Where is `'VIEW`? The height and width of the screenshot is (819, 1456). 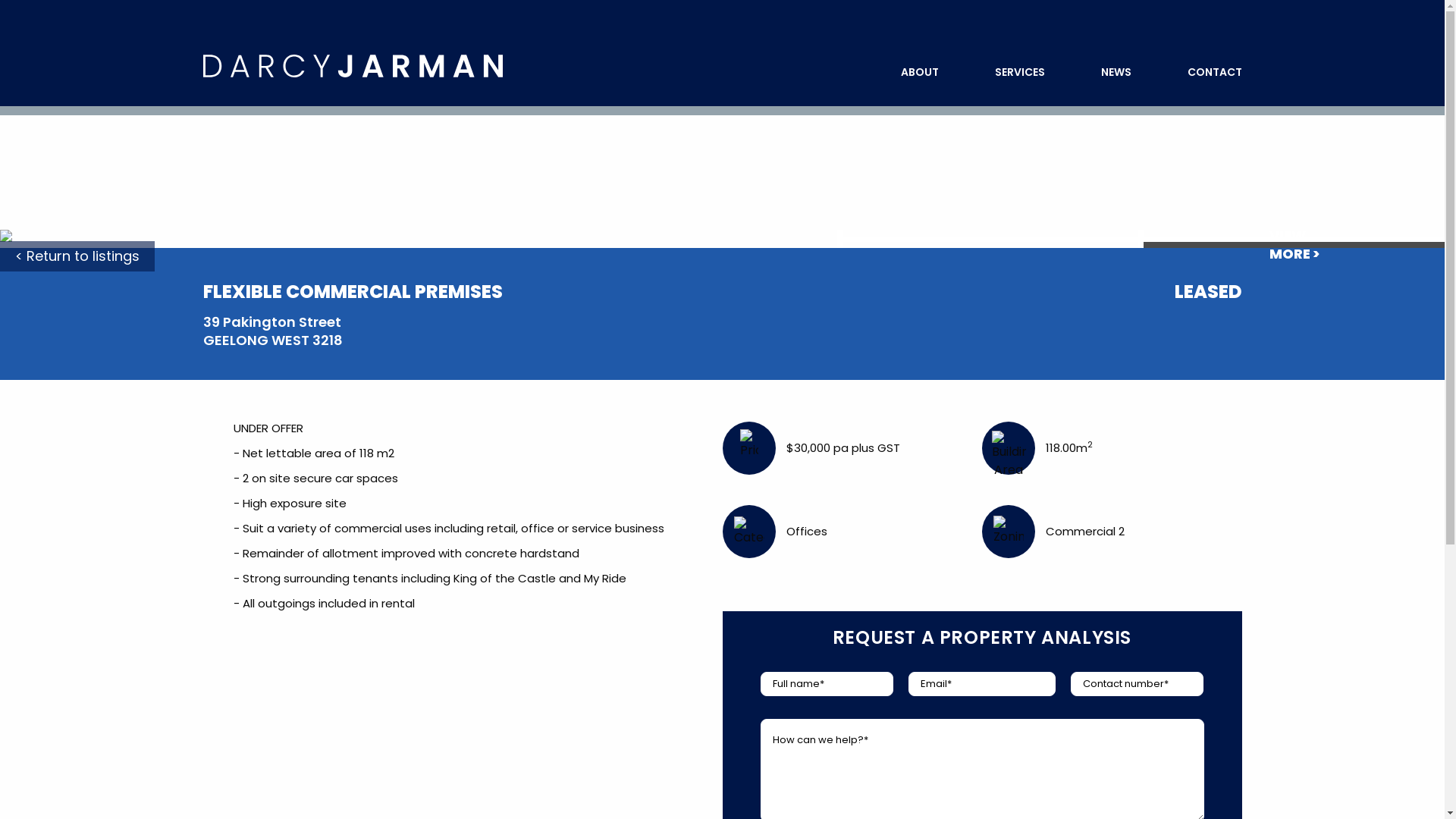 'VIEW is located at coordinates (1293, 243).